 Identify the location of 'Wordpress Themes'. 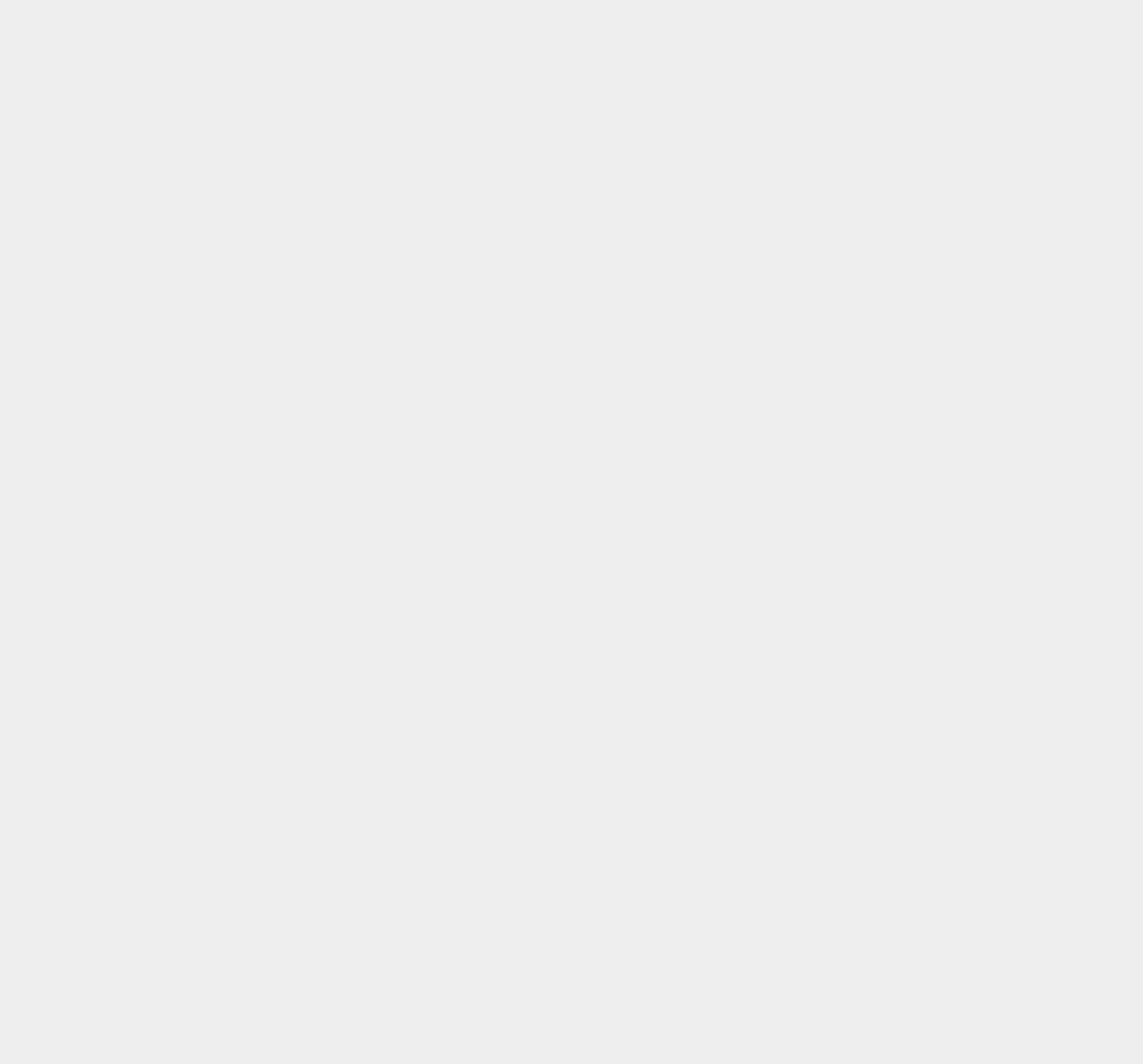
(867, 589).